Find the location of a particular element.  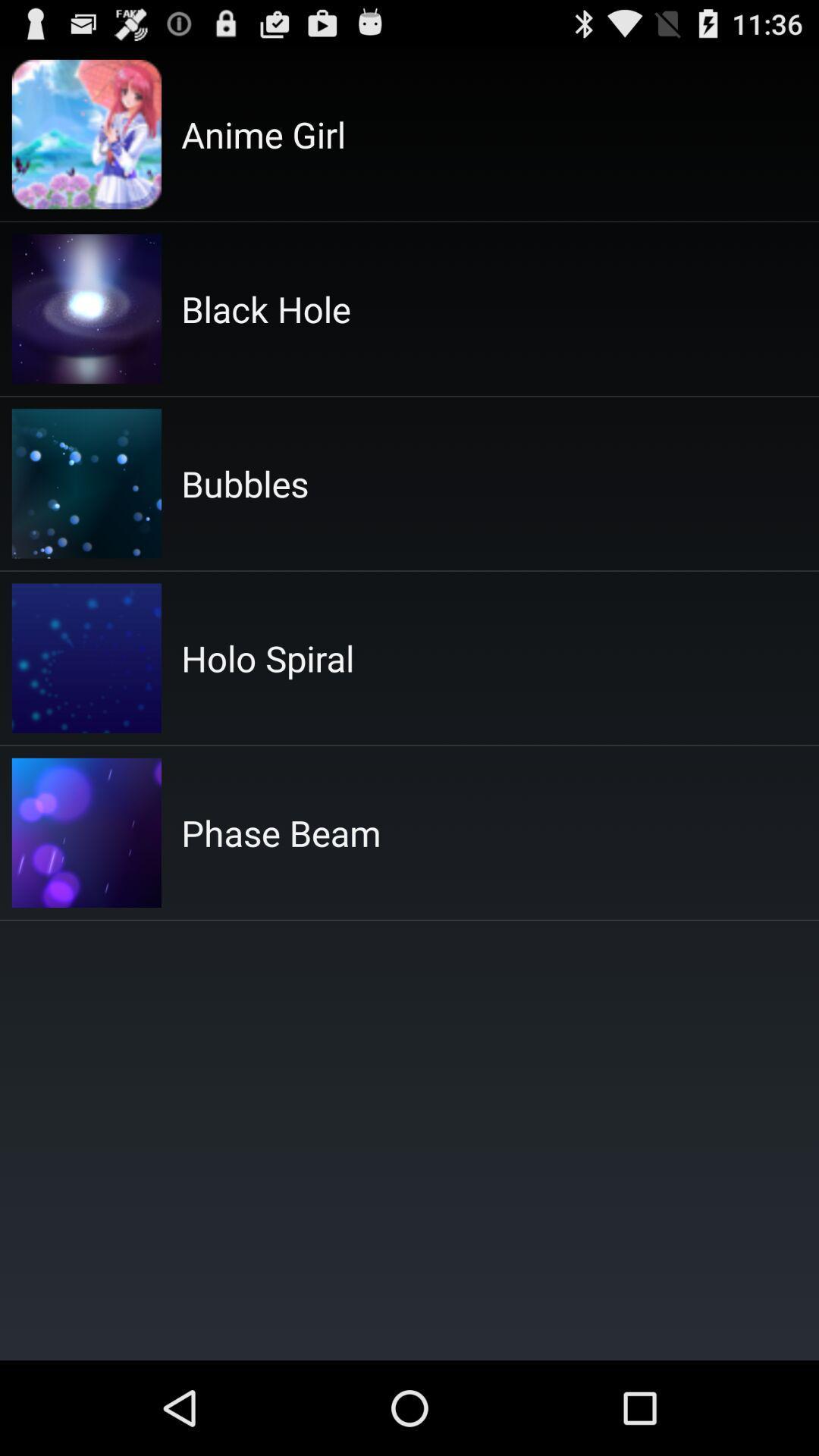

item below bubbles is located at coordinates (267, 658).